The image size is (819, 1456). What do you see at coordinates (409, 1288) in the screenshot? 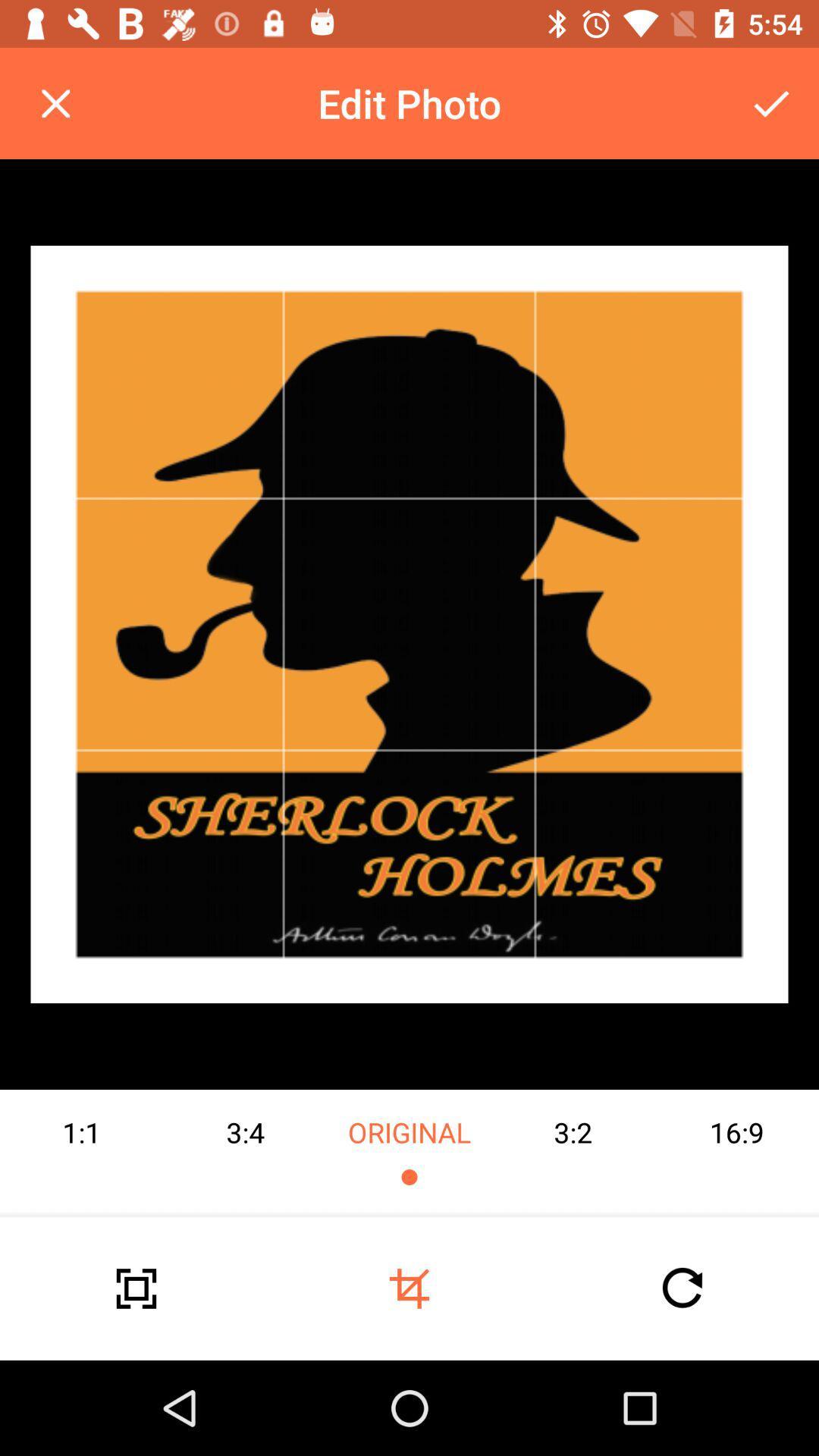
I see `the crop icon` at bounding box center [409, 1288].